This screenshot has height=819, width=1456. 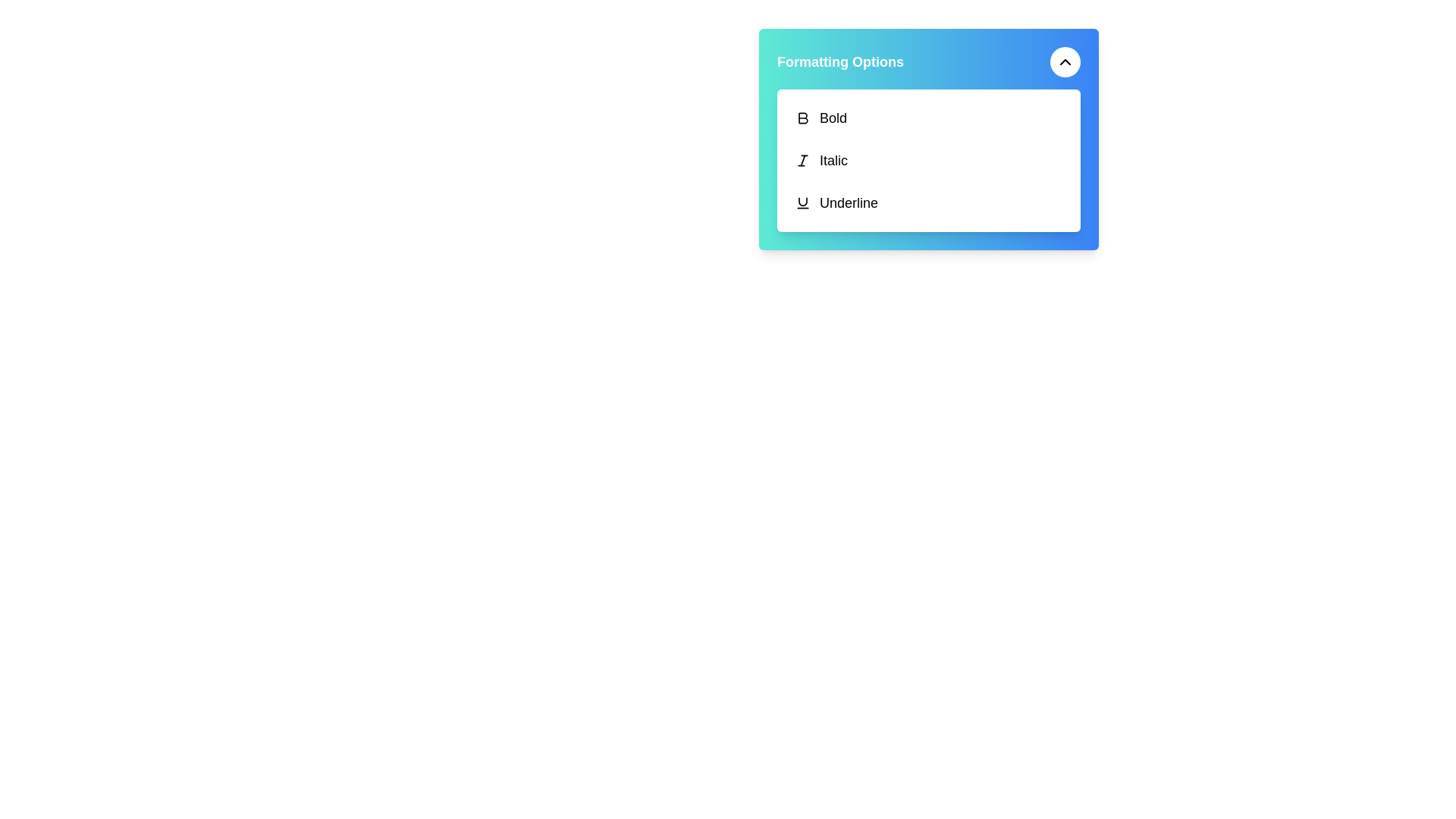 What do you see at coordinates (833, 117) in the screenshot?
I see `the text label that identifies the bold formatting option in the formatting options panel, which is positioned to the right of the bold icon` at bounding box center [833, 117].